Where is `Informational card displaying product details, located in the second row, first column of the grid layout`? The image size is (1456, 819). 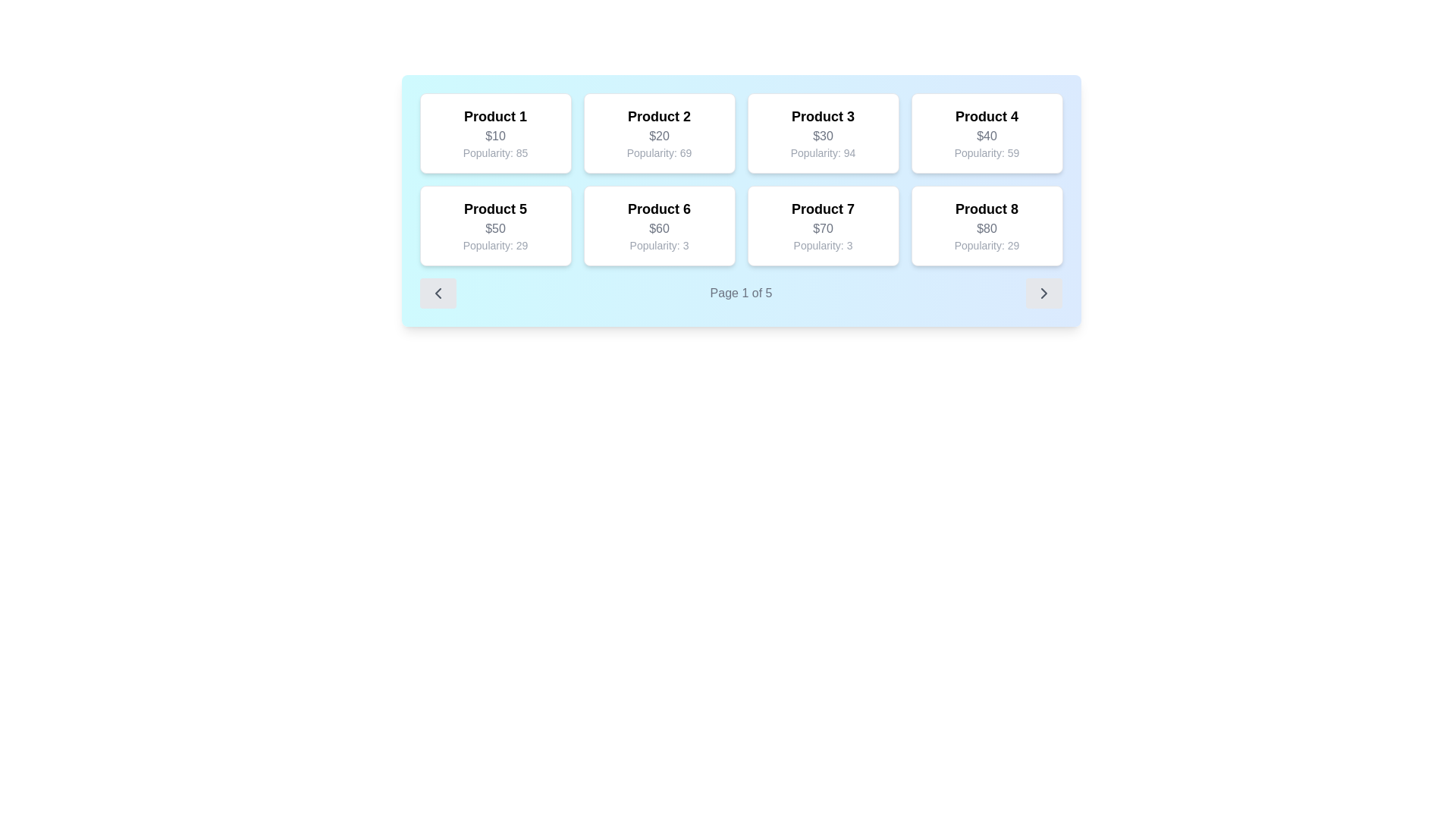 Informational card displaying product details, located in the second row, first column of the grid layout is located at coordinates (495, 225).